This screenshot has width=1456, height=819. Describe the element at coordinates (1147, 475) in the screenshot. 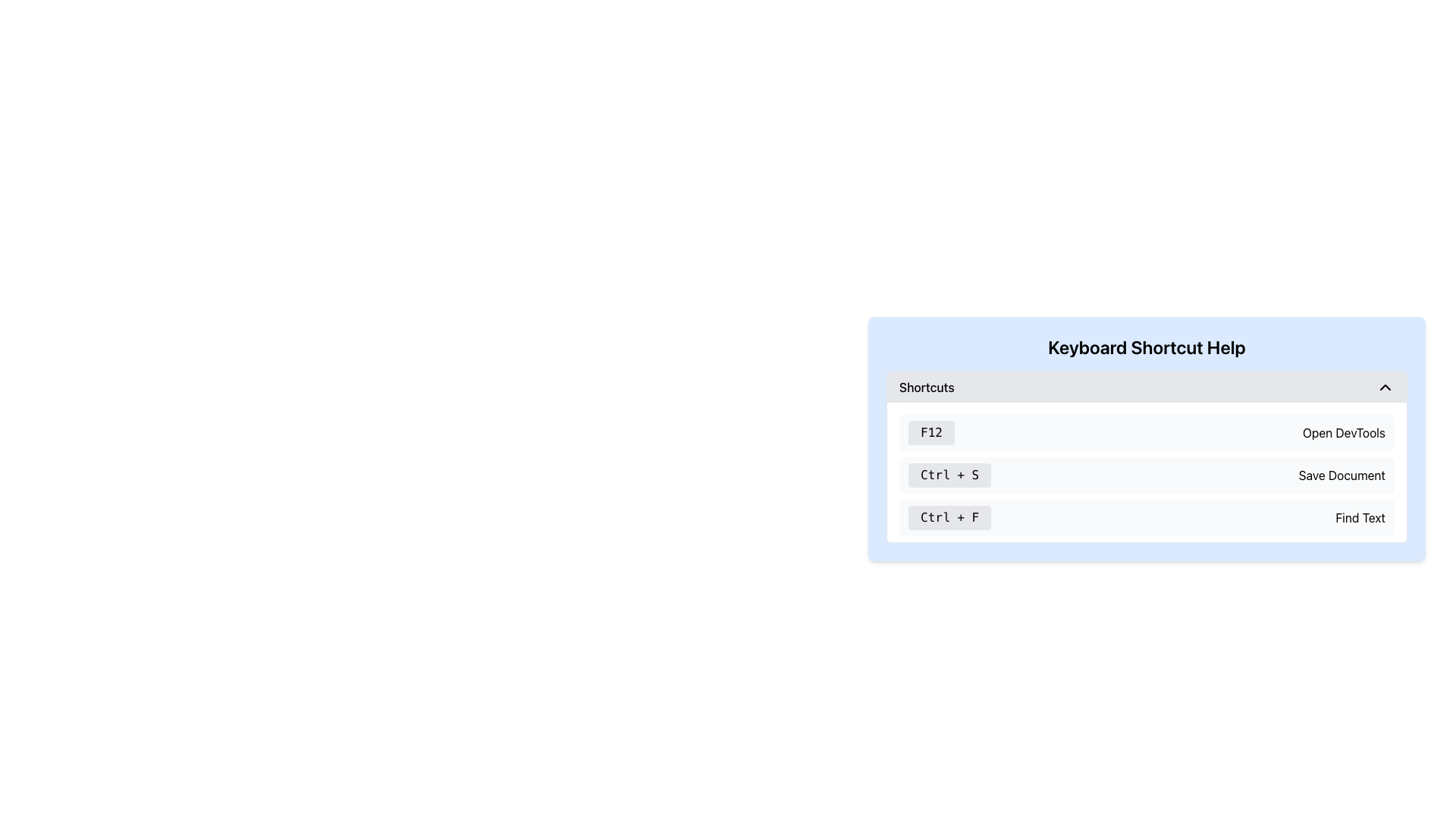

I see `keyboard shortcut 'Ctrl + S' and its associated action 'Save Document' from the second entry in the list of keyboard shortcuts, which is visually represented with a light gray background and a rounded rectangle for the shortcut` at that location.